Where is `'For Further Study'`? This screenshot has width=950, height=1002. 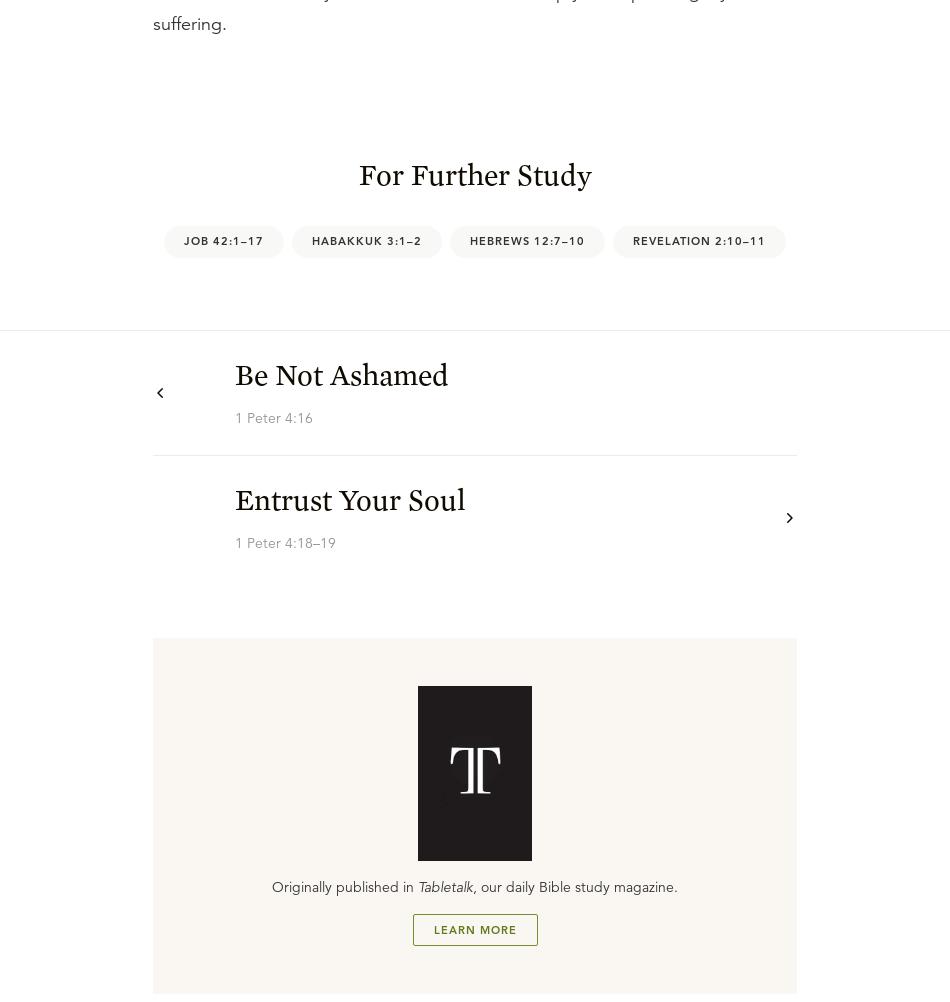
'For Further Study' is located at coordinates (473, 173).